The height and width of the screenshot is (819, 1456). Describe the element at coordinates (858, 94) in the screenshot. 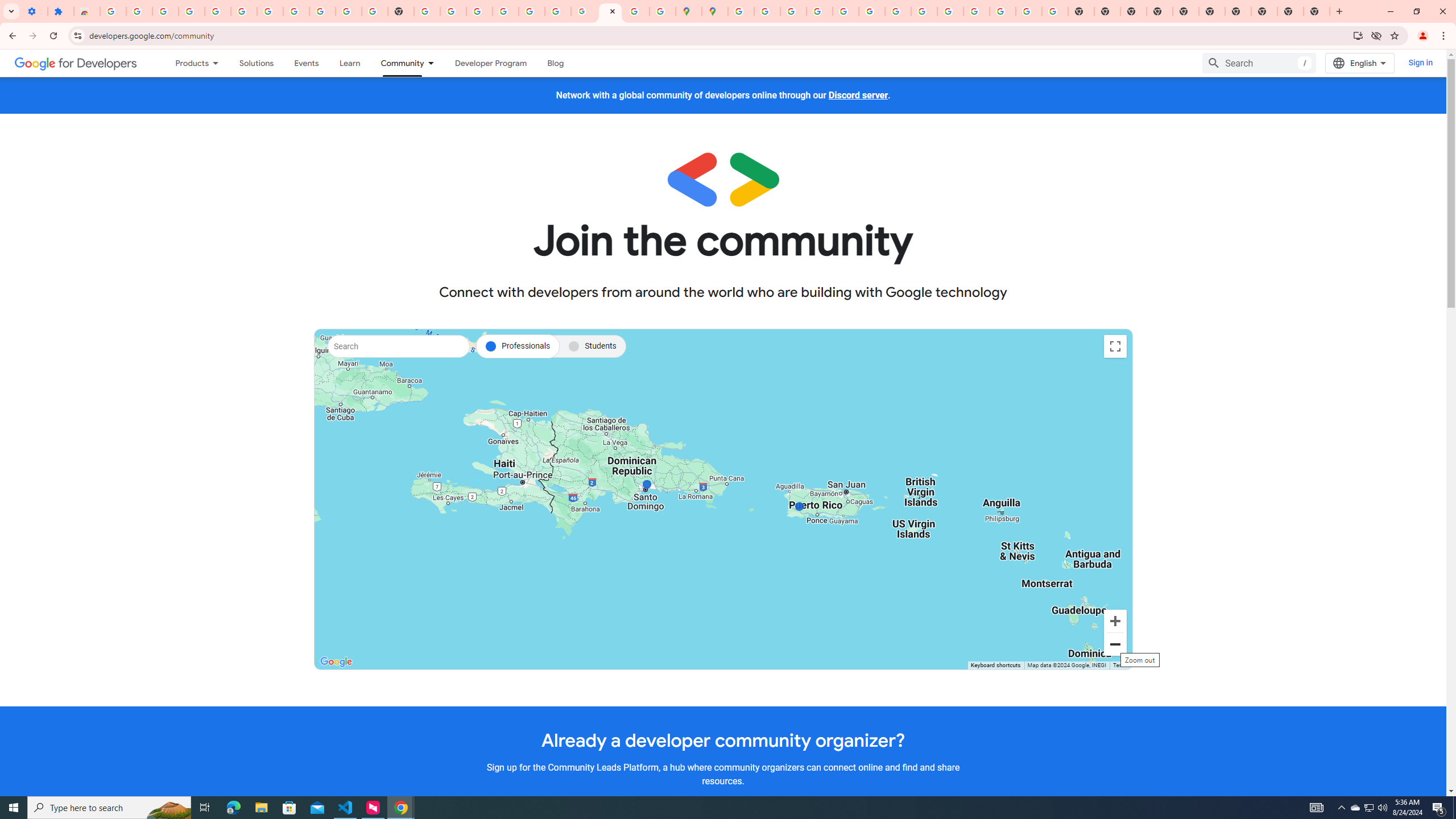

I see `'Discord server'` at that location.